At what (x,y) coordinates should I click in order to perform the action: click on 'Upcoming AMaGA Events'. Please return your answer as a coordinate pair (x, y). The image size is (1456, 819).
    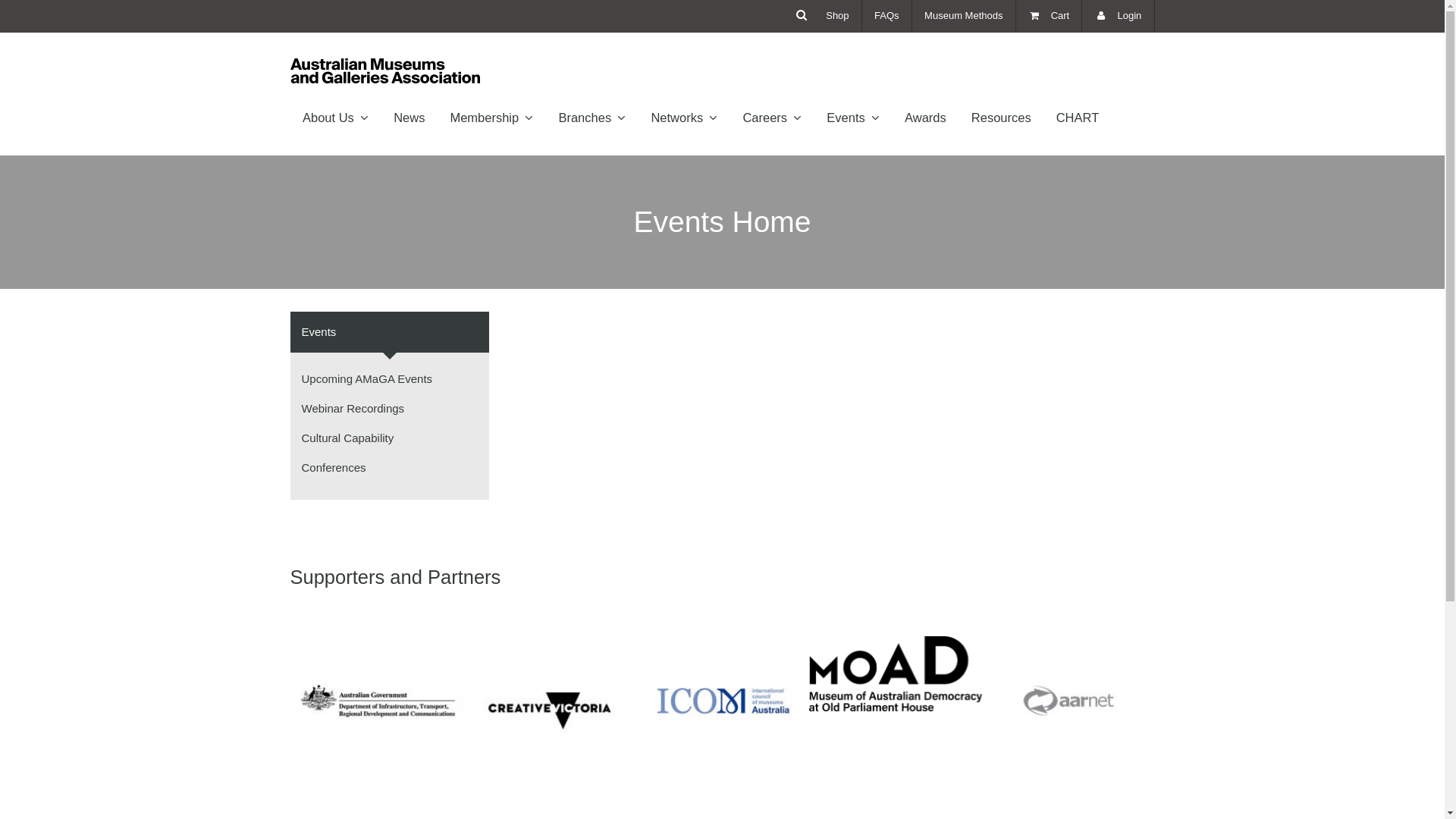
    Looking at the image, I should click on (367, 378).